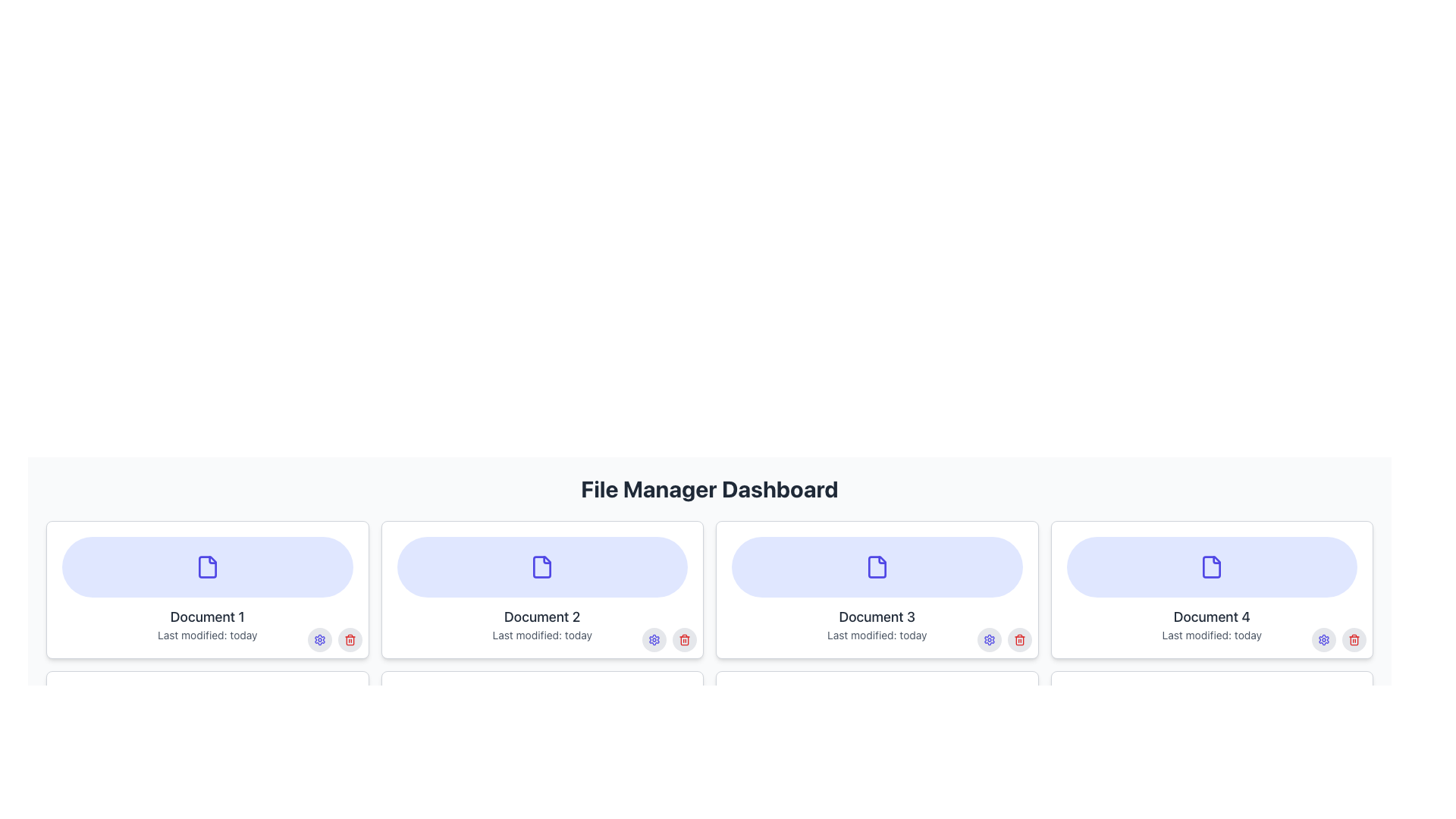 This screenshot has height=819, width=1456. What do you see at coordinates (654, 640) in the screenshot?
I see `the gear-shaped settings icon with a vibrant indigo color located in the lower-right corner of the 'Document 2' card beneath 'File Manager Dashboard'` at bounding box center [654, 640].